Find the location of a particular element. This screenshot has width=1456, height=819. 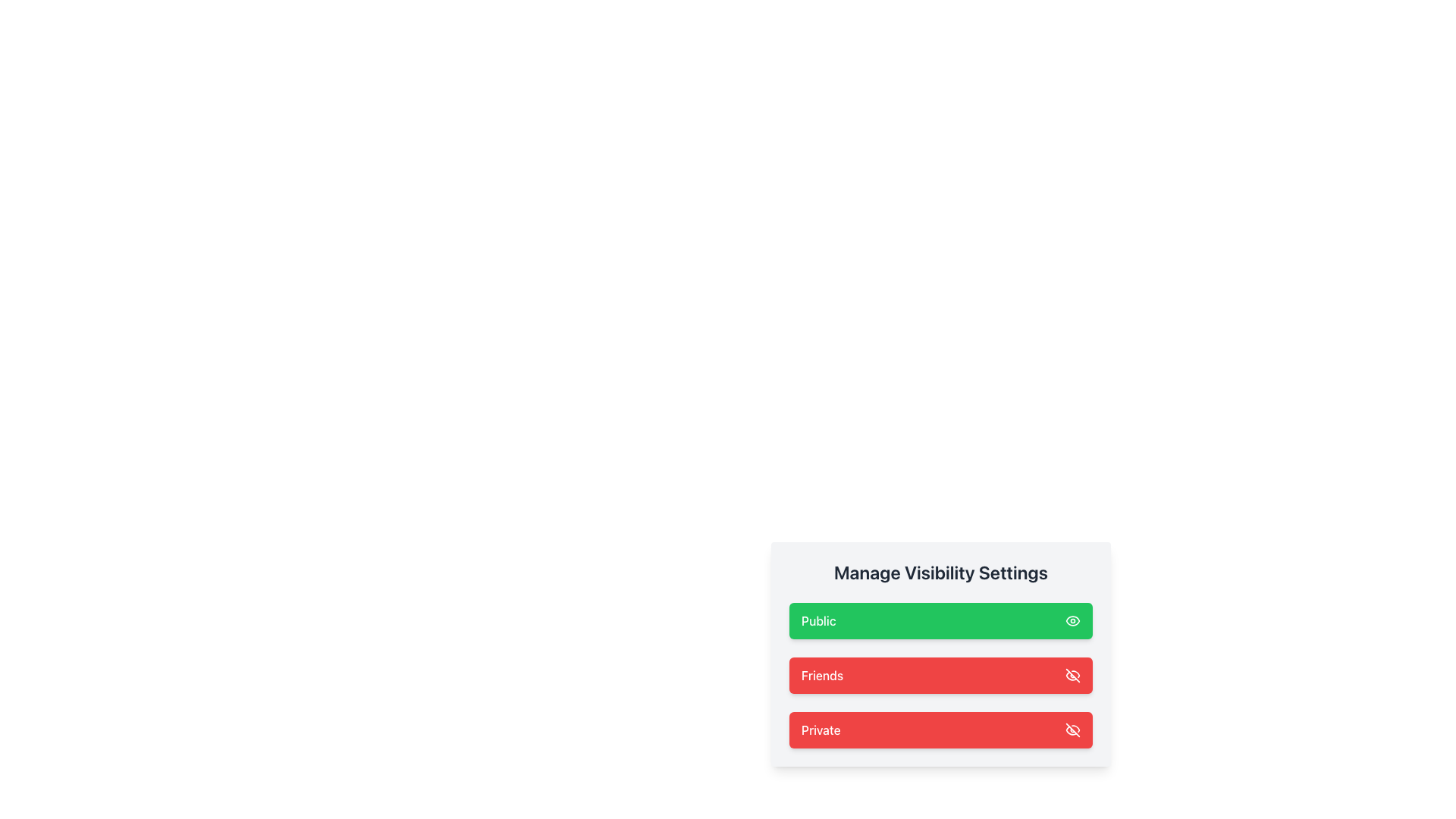

the eye-shaped icon located to the far right of the green button labeled 'Public' is located at coordinates (1072, 620).